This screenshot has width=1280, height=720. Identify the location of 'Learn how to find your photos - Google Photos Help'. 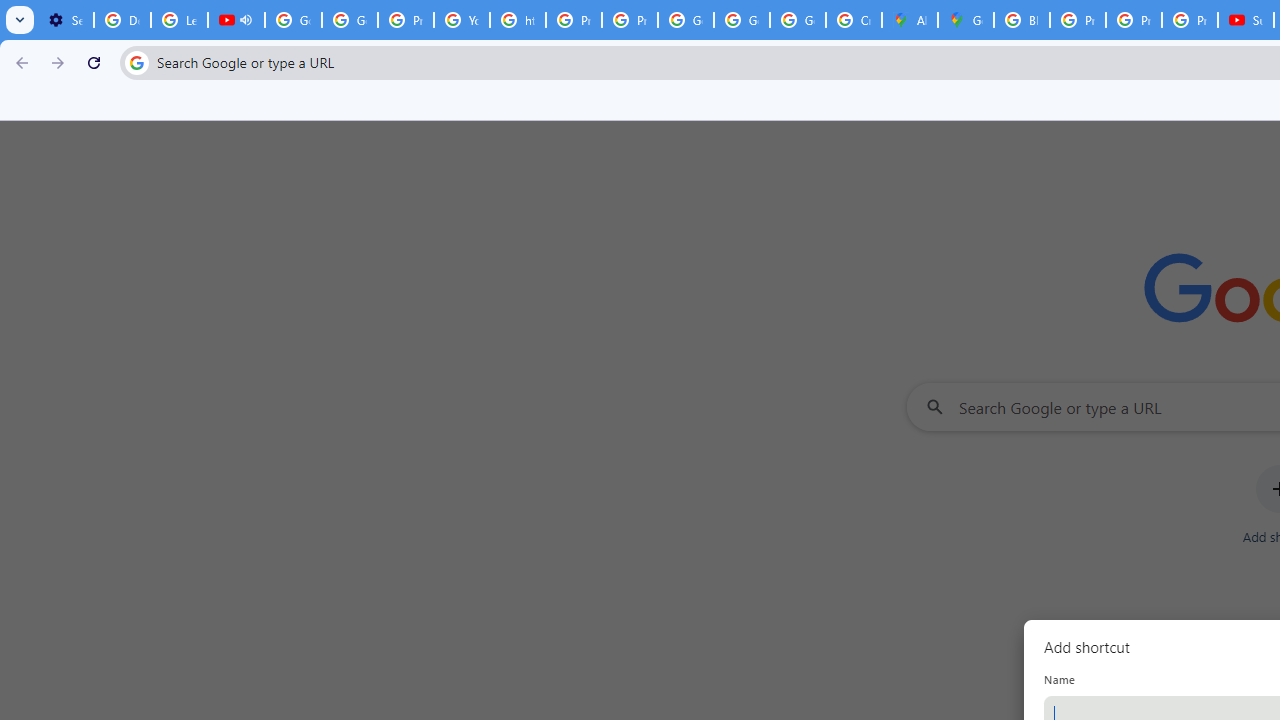
(179, 20).